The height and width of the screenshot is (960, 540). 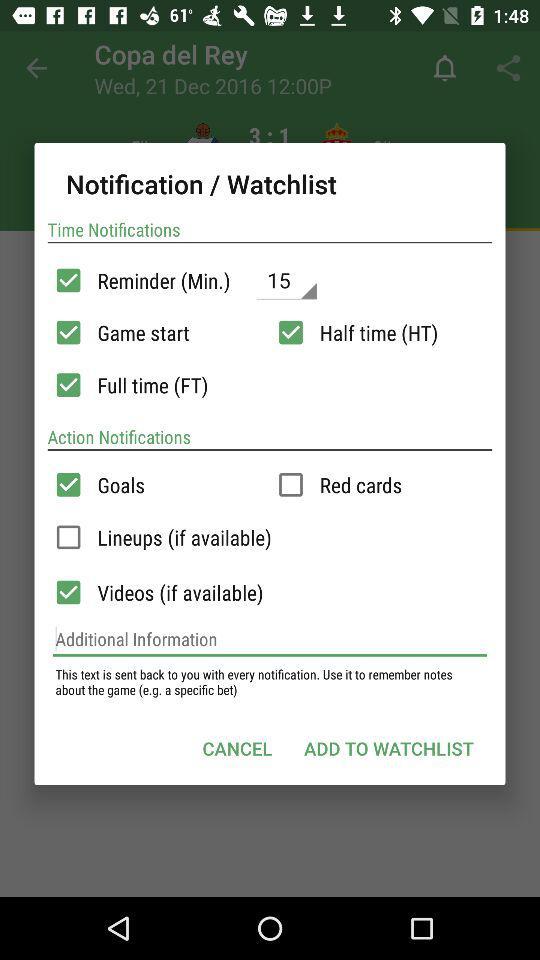 I want to click on red cards, so click(x=290, y=483).